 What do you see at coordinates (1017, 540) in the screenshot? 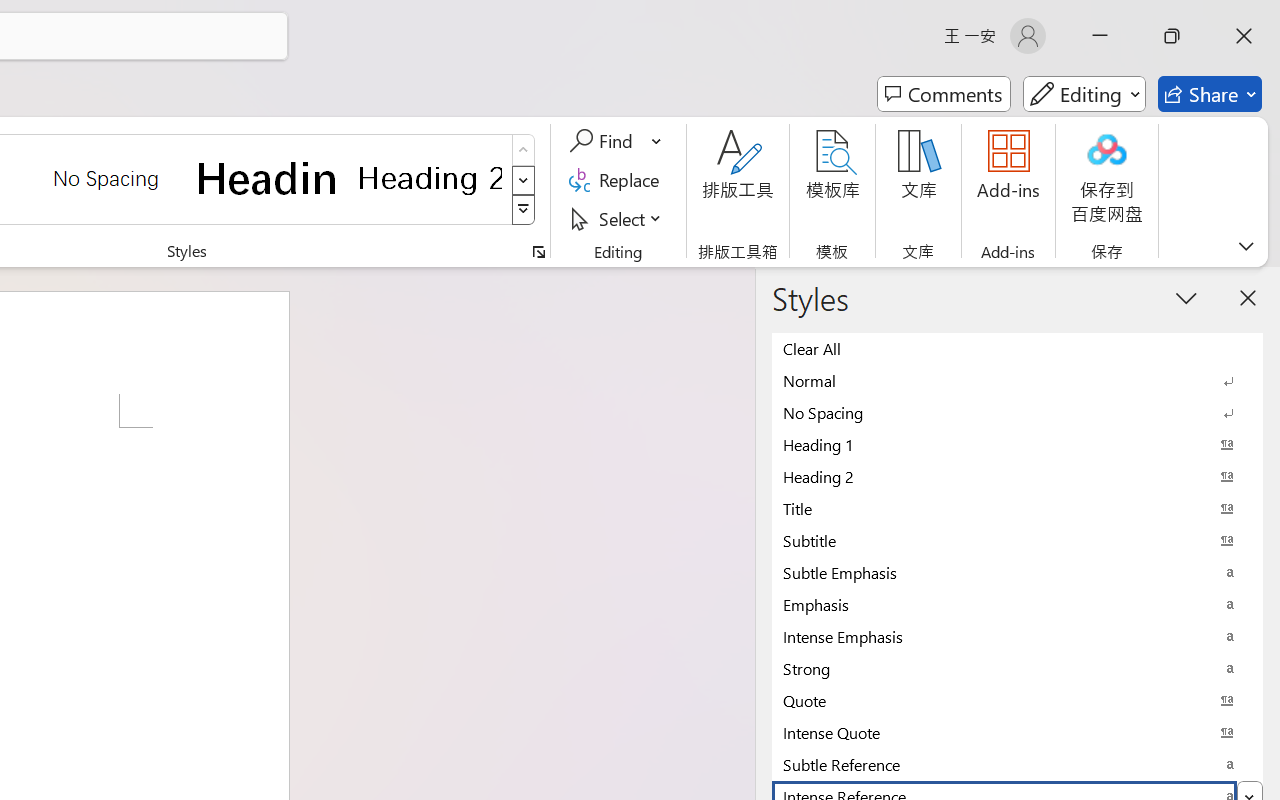
I see `'Subtitle'` at bounding box center [1017, 540].